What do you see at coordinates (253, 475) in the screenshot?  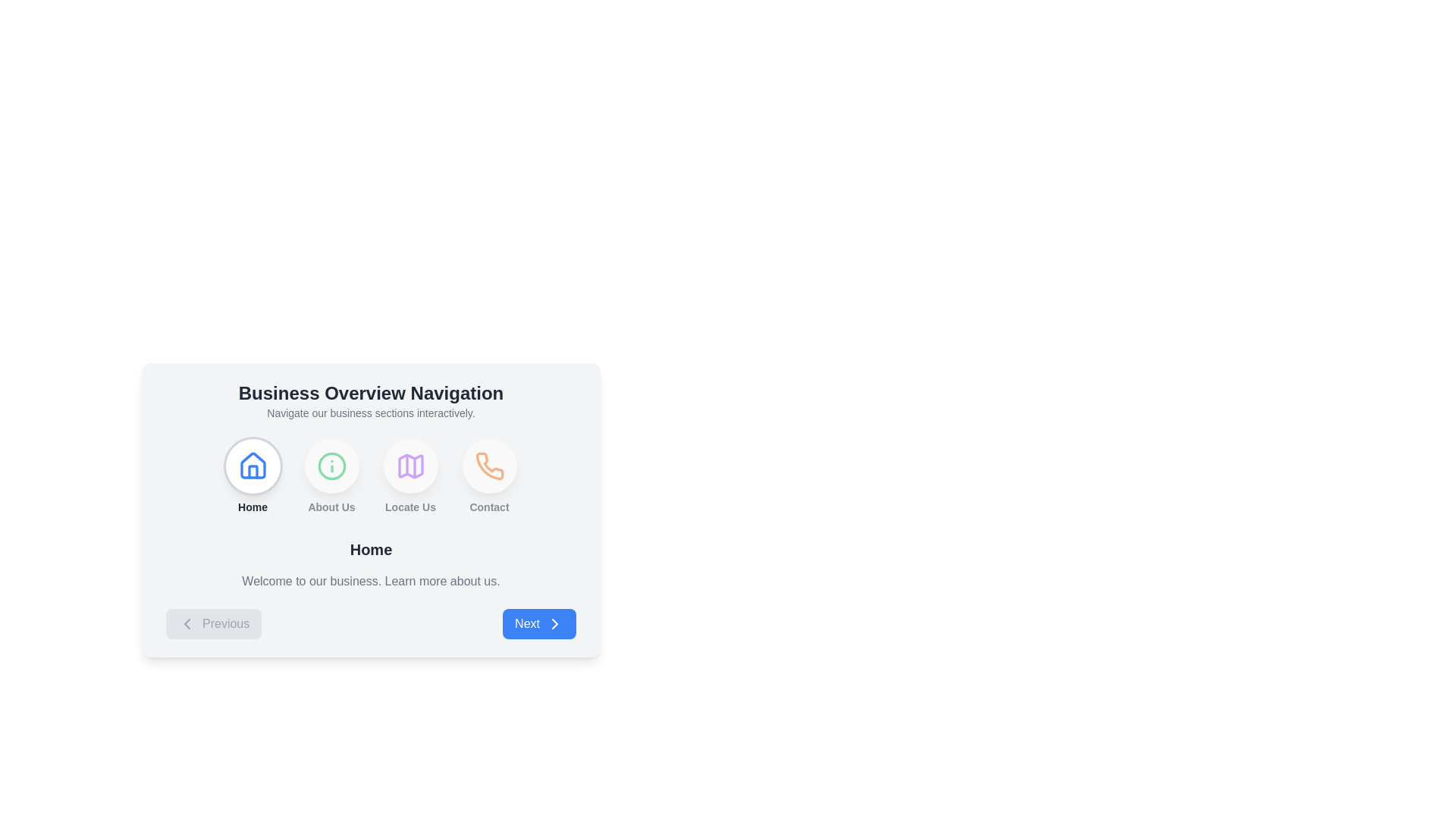 I see `the 'Home' navigation button located at the bottom center of the interface, which is the first button in a sequence of four horizontally aligned buttons` at bounding box center [253, 475].